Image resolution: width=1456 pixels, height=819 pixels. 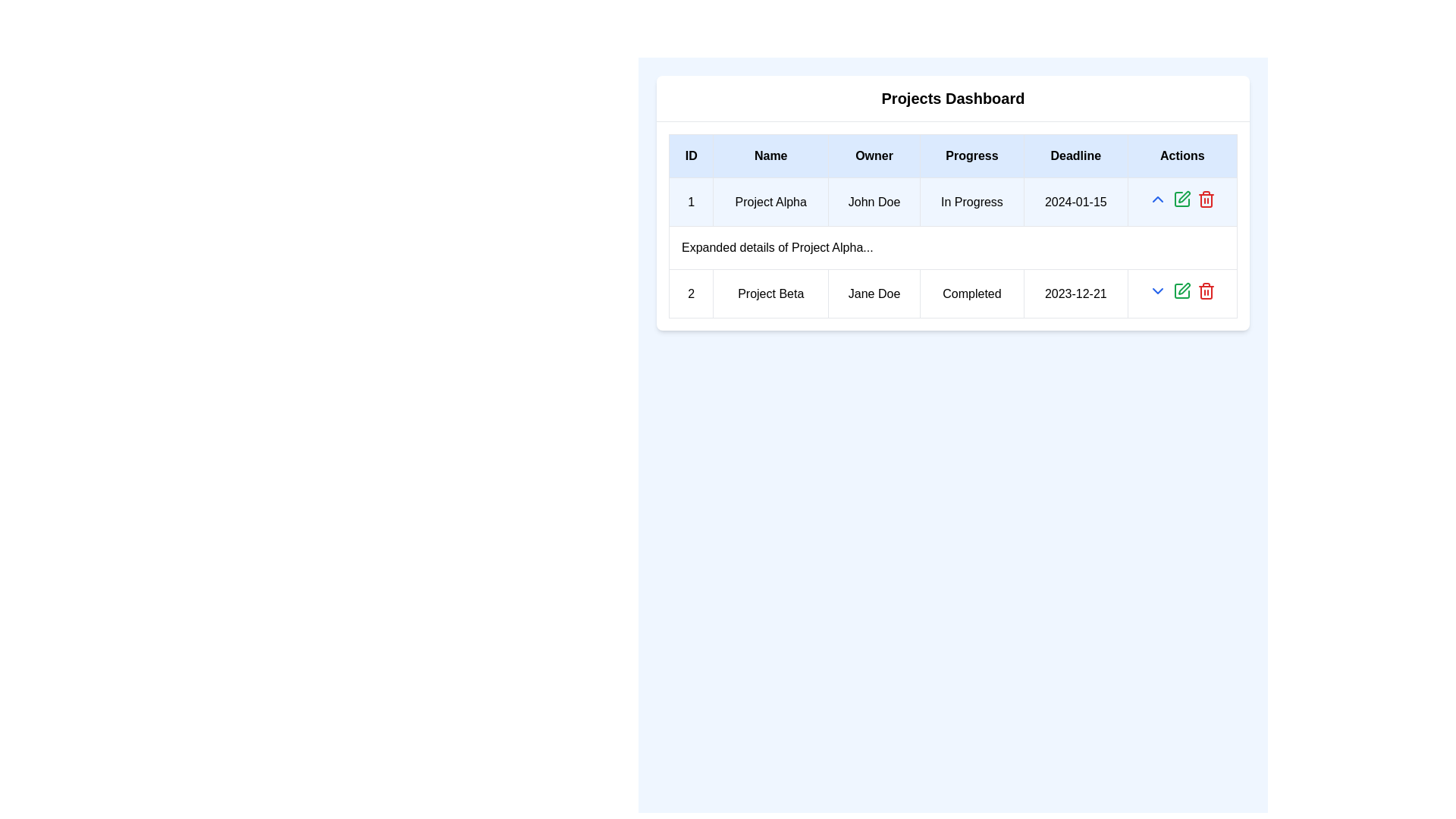 What do you see at coordinates (952, 155) in the screenshot?
I see `the table header row that organizes the data into categories such as ID, Name, Owner, Progress, Deadline, and Actions by moving the cursor to the center of this element` at bounding box center [952, 155].